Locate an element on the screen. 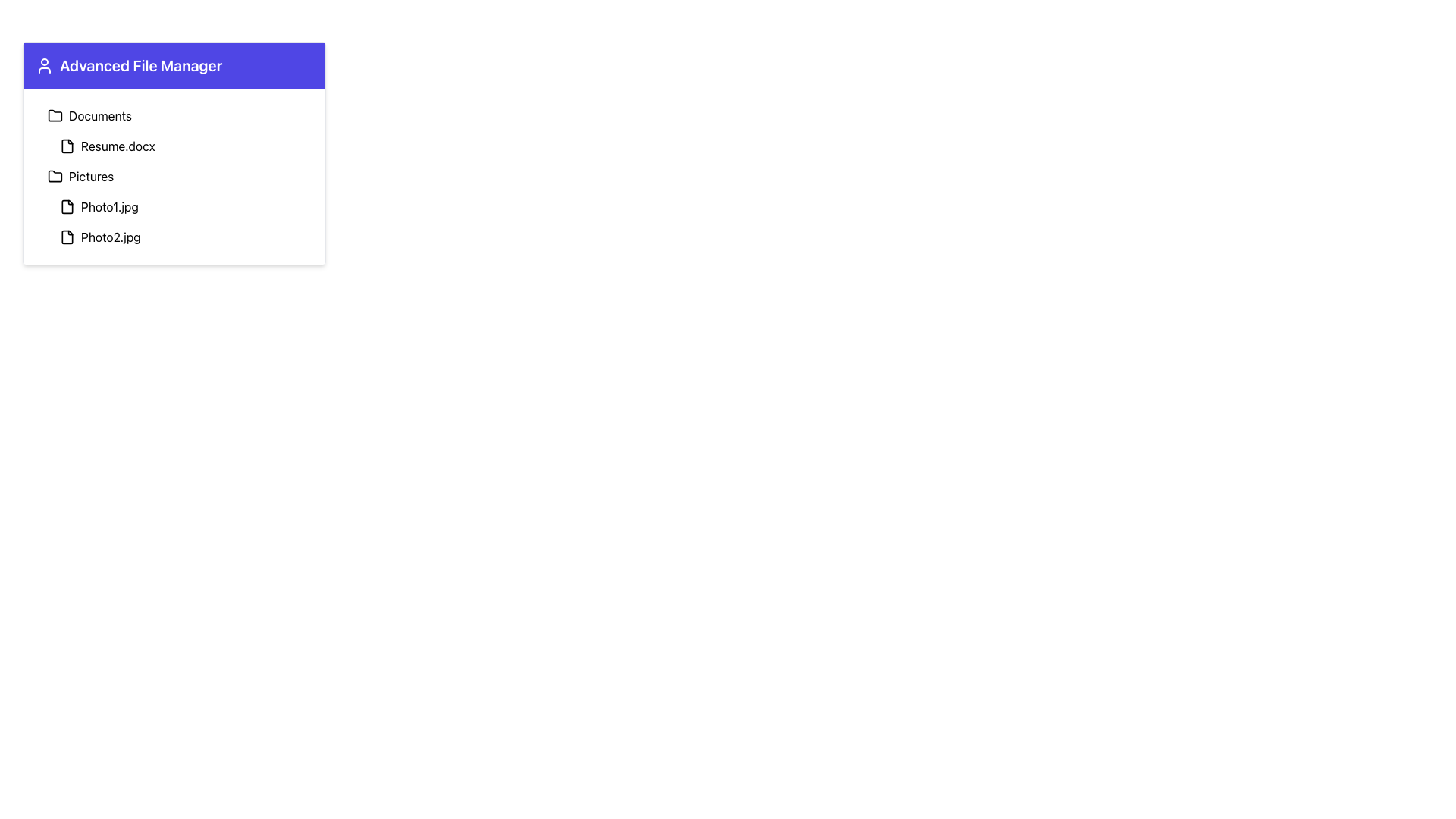 The image size is (1456, 819). the folder icon located as the first item under the 'Documents' label in the 'Advanced File Manager' panel is located at coordinates (55, 115).